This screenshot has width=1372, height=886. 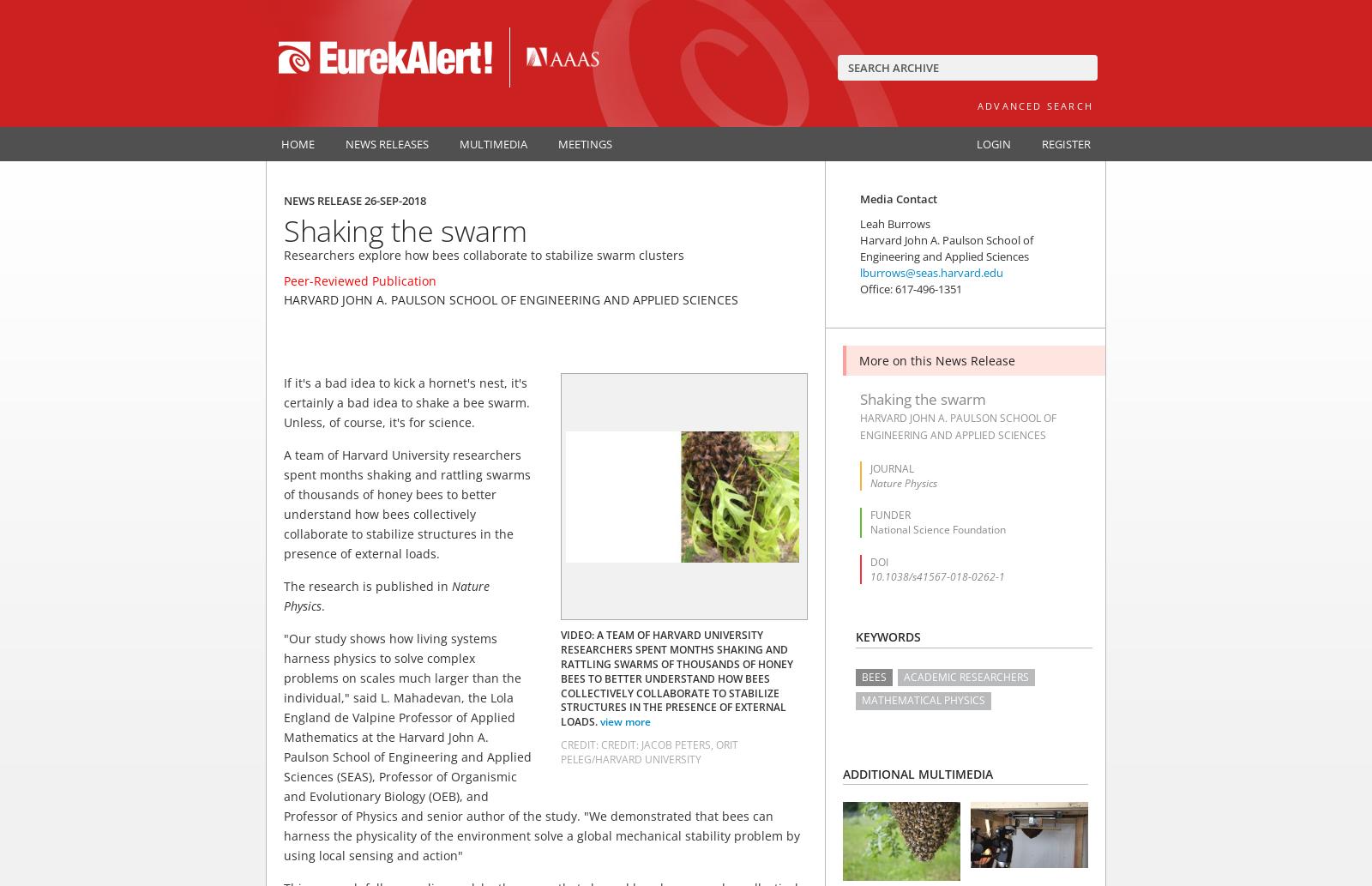 I want to click on 'Leah Burrows', so click(x=895, y=223).